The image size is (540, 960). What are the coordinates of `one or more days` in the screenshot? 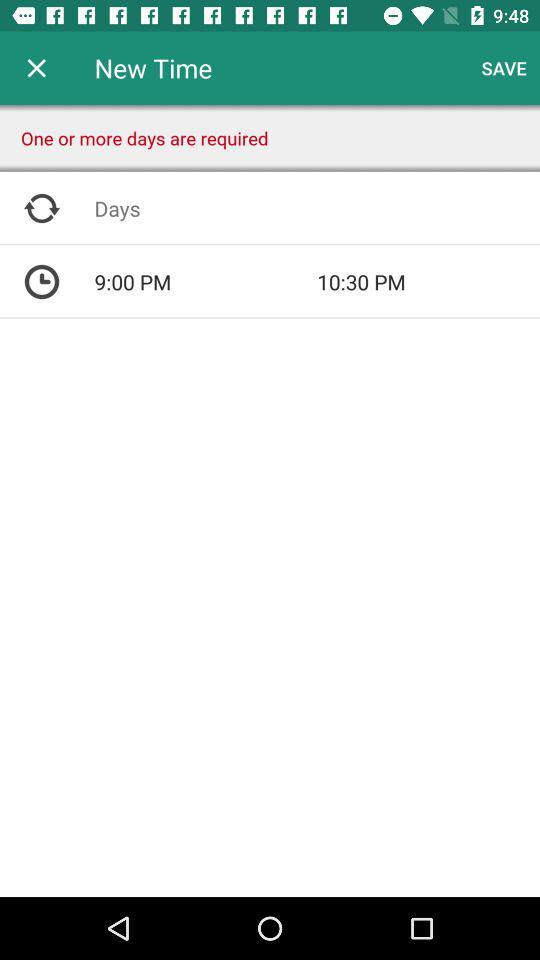 It's located at (317, 208).